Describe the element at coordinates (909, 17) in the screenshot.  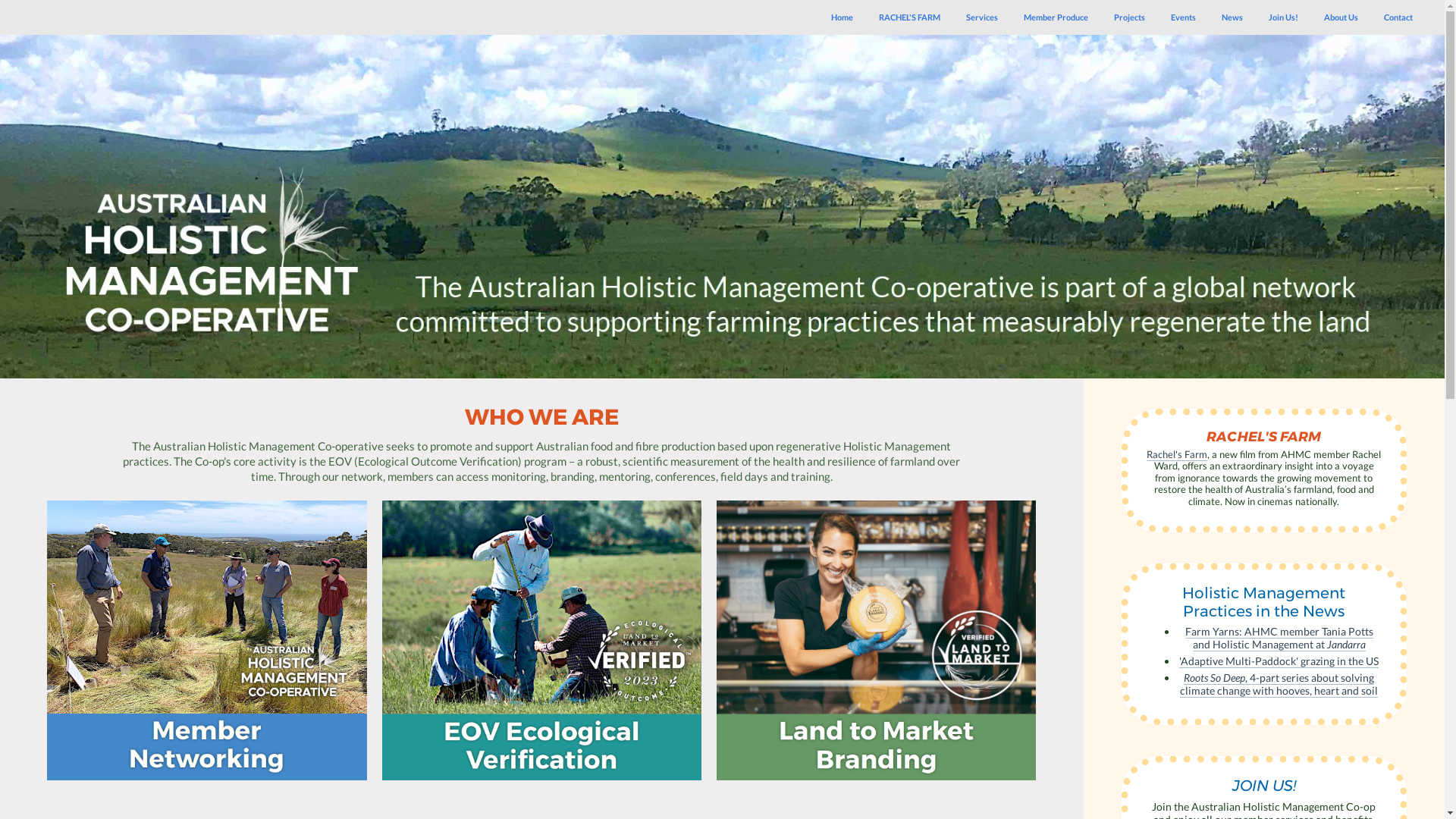
I see `'RACHEL'S FARM'` at that location.